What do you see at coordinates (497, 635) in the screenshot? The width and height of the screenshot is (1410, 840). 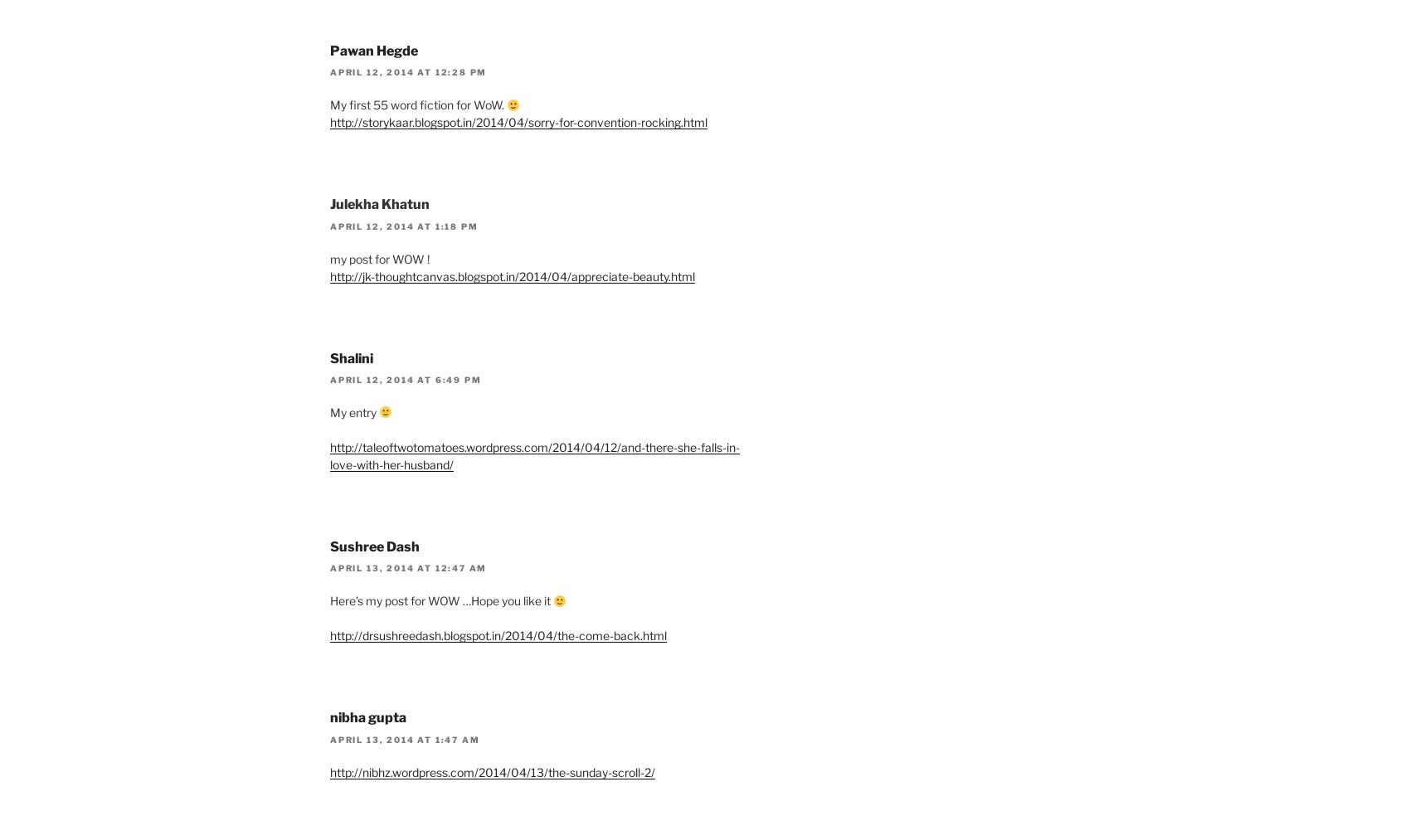 I see `'http://drsushreedash.blogspot.in/2014/04/the-come-back.html'` at bounding box center [497, 635].